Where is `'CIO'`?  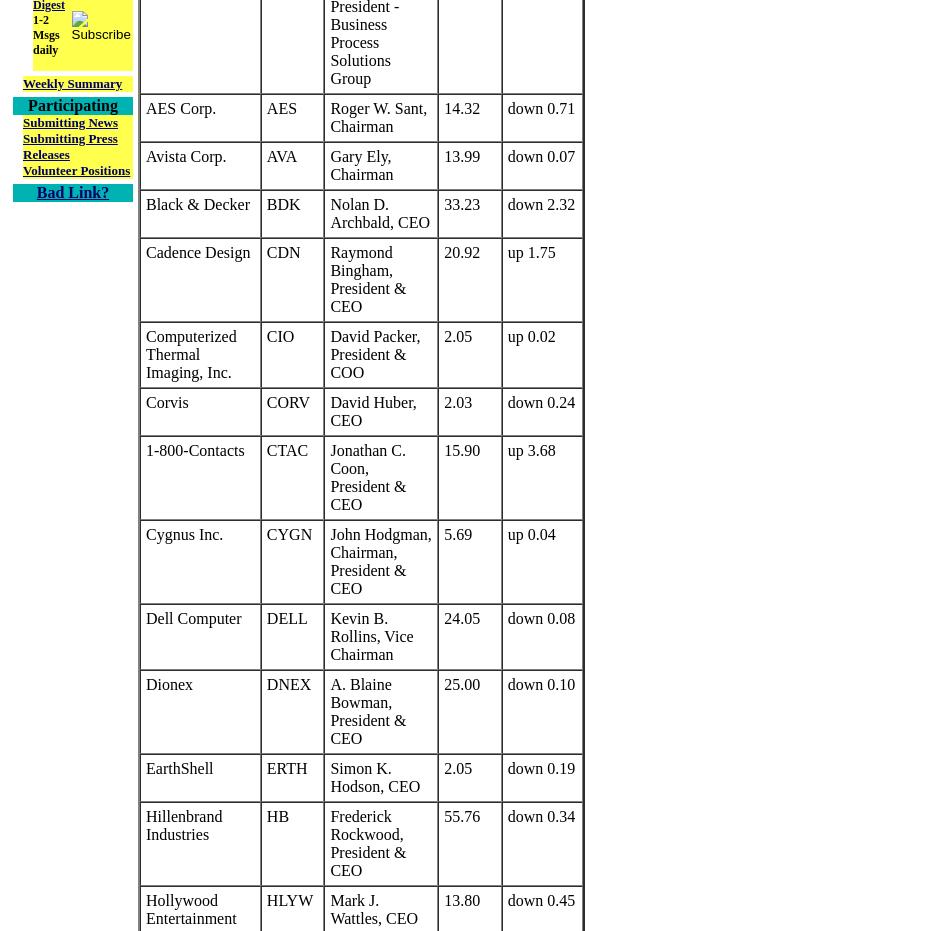 'CIO' is located at coordinates (280, 336).